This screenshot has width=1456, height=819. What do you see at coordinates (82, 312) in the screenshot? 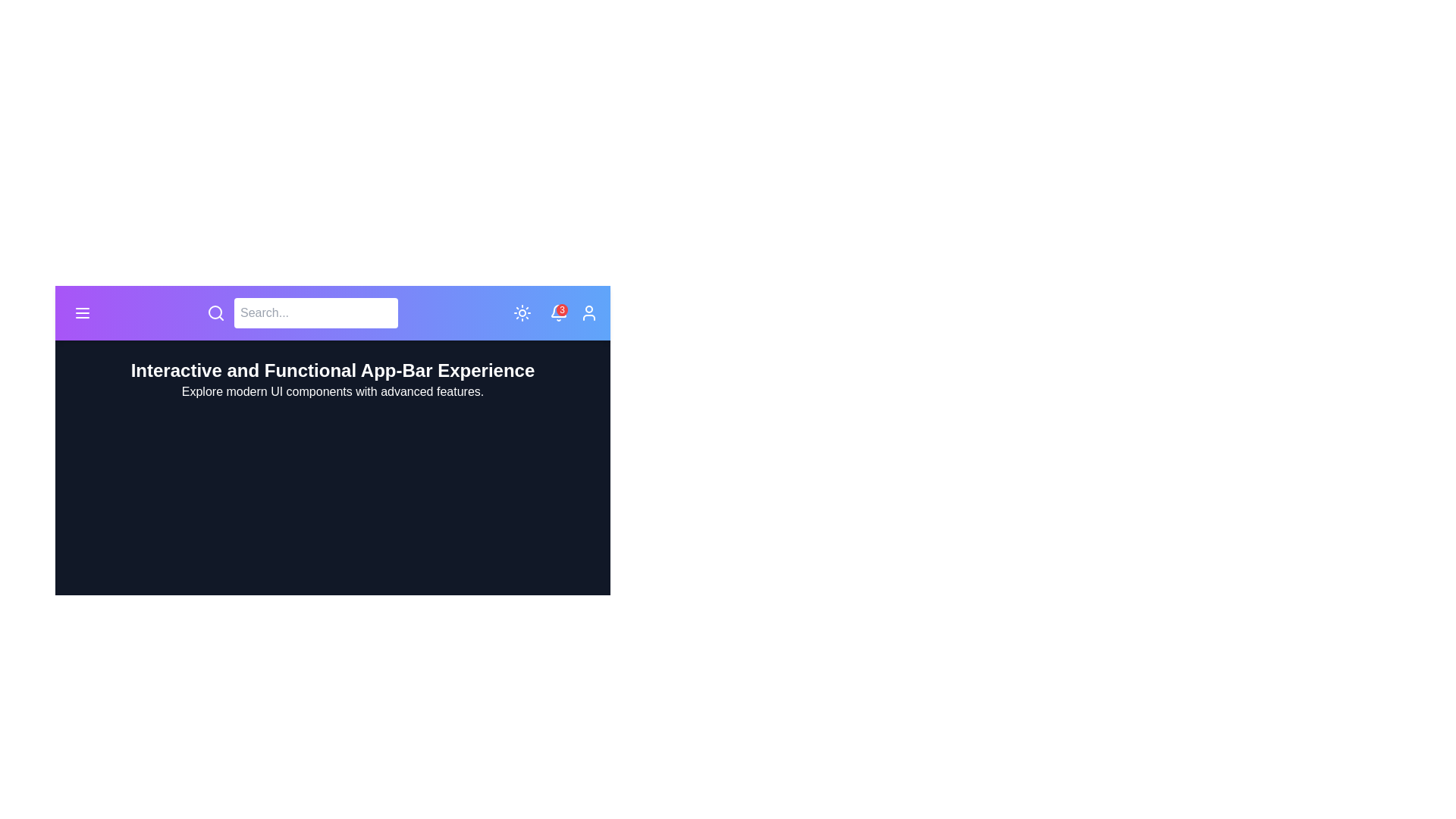
I see `the menu button to open the menu` at bounding box center [82, 312].